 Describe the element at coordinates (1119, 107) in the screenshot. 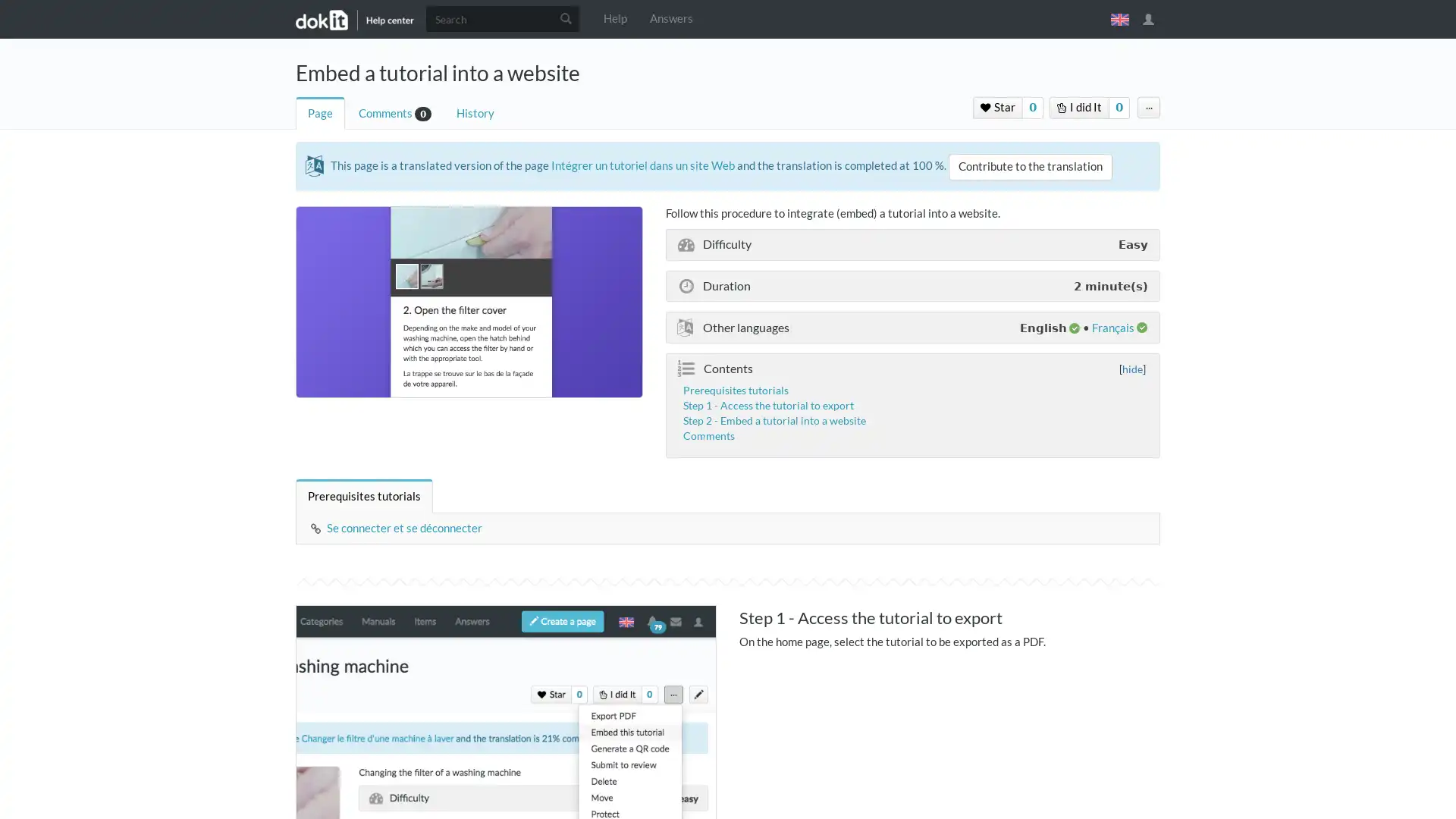

I see `0` at that location.